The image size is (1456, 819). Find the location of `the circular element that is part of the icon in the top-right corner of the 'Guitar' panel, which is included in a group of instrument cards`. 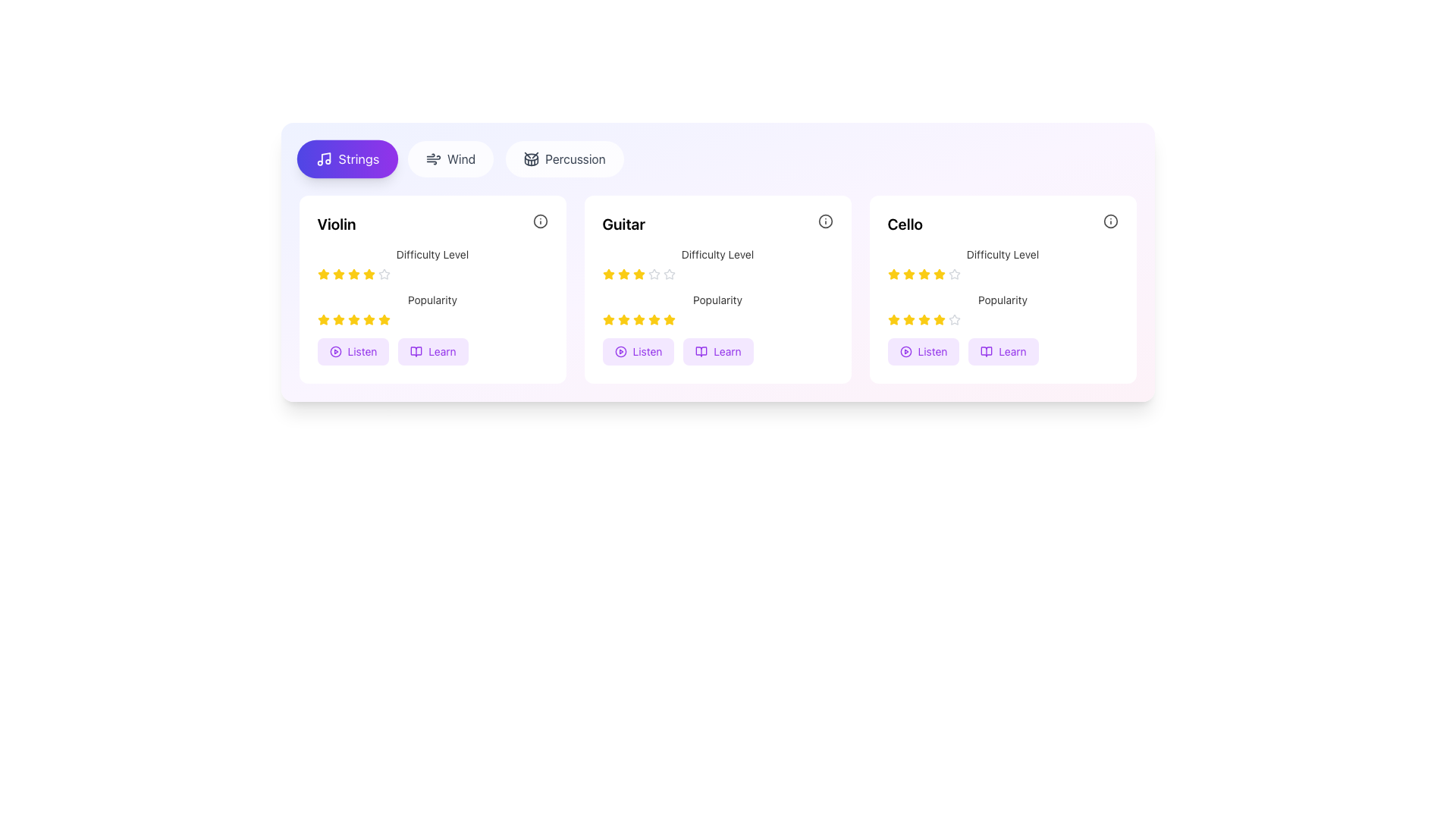

the circular element that is part of the icon in the top-right corner of the 'Guitar' panel, which is included in a group of instrument cards is located at coordinates (824, 221).